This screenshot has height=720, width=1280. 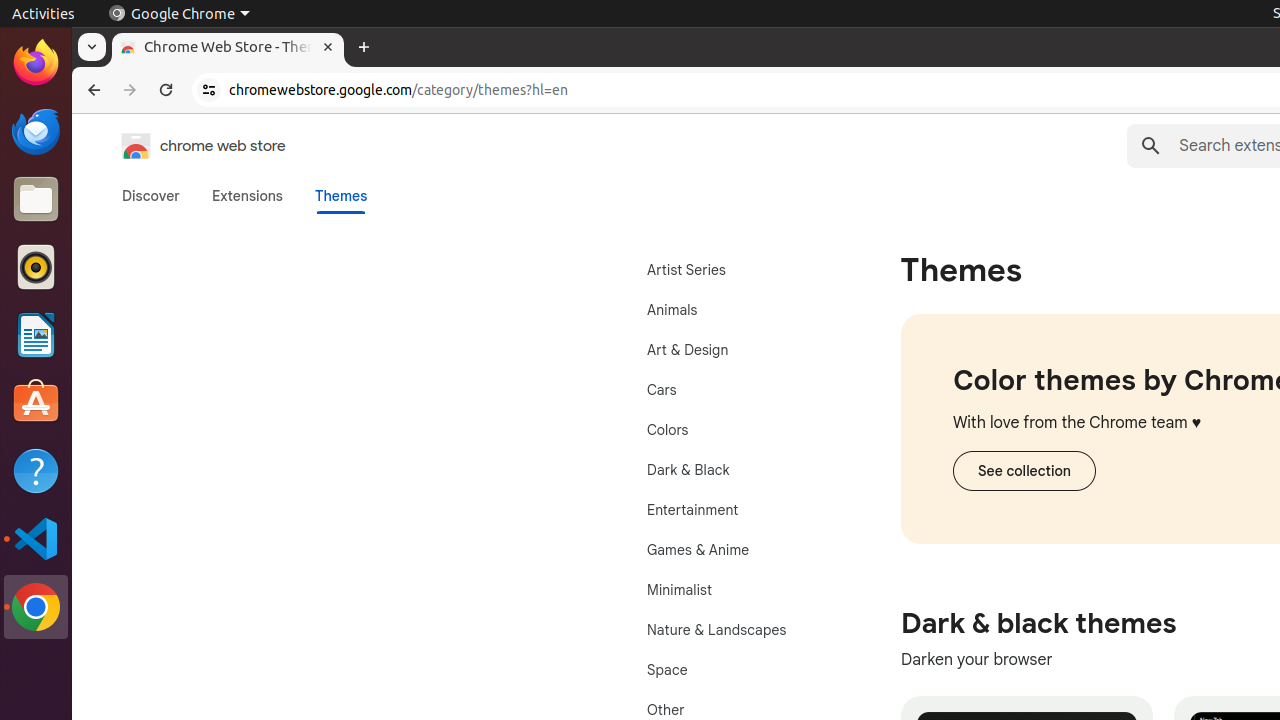 I want to click on 'Minimalist', so click(x=736, y=588).